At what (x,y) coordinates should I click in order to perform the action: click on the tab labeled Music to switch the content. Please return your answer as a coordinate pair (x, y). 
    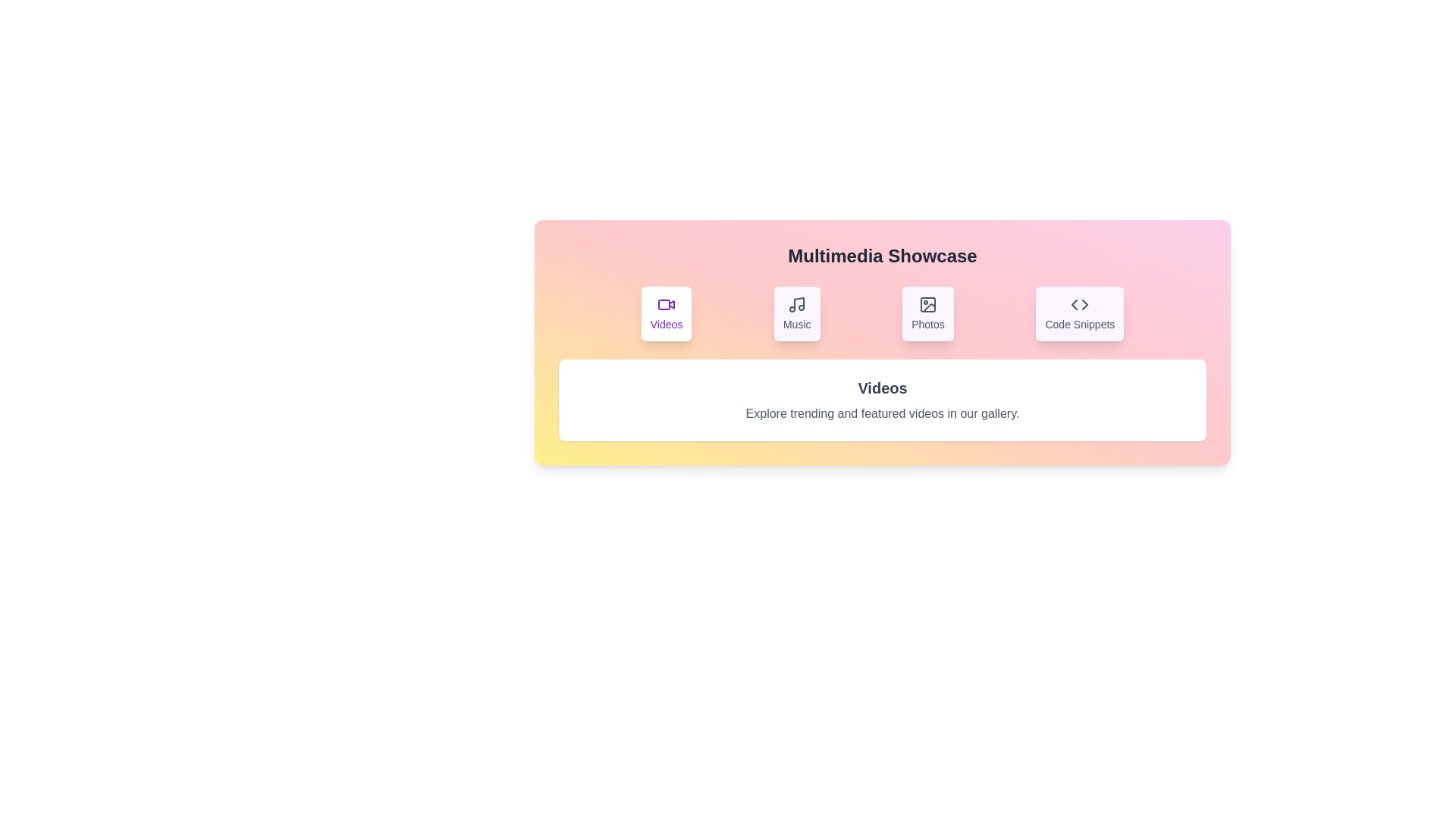
    Looking at the image, I should click on (796, 312).